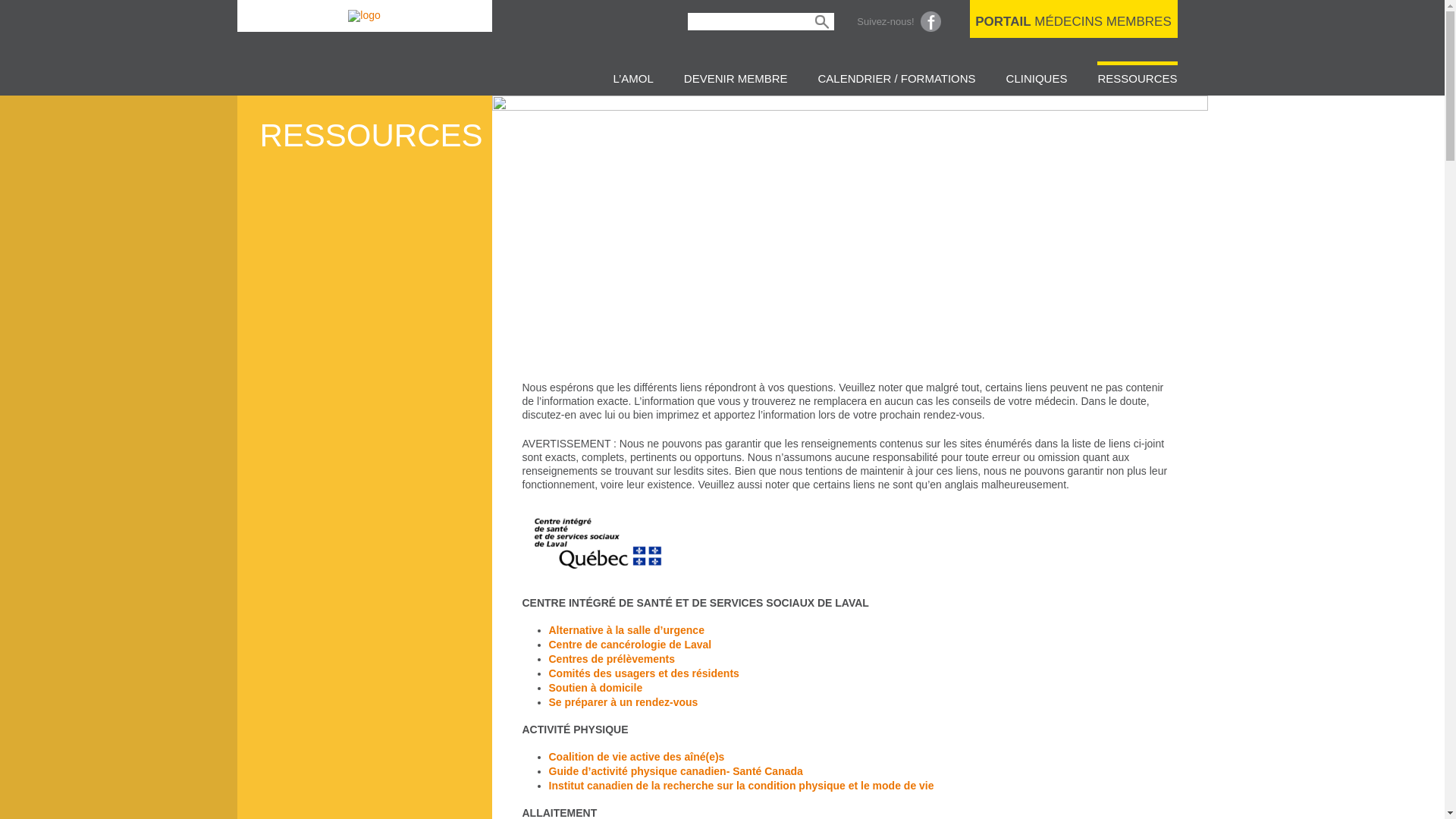 The image size is (1456, 819). What do you see at coordinates (1097, 76) in the screenshot?
I see `'RESSOURCES'` at bounding box center [1097, 76].